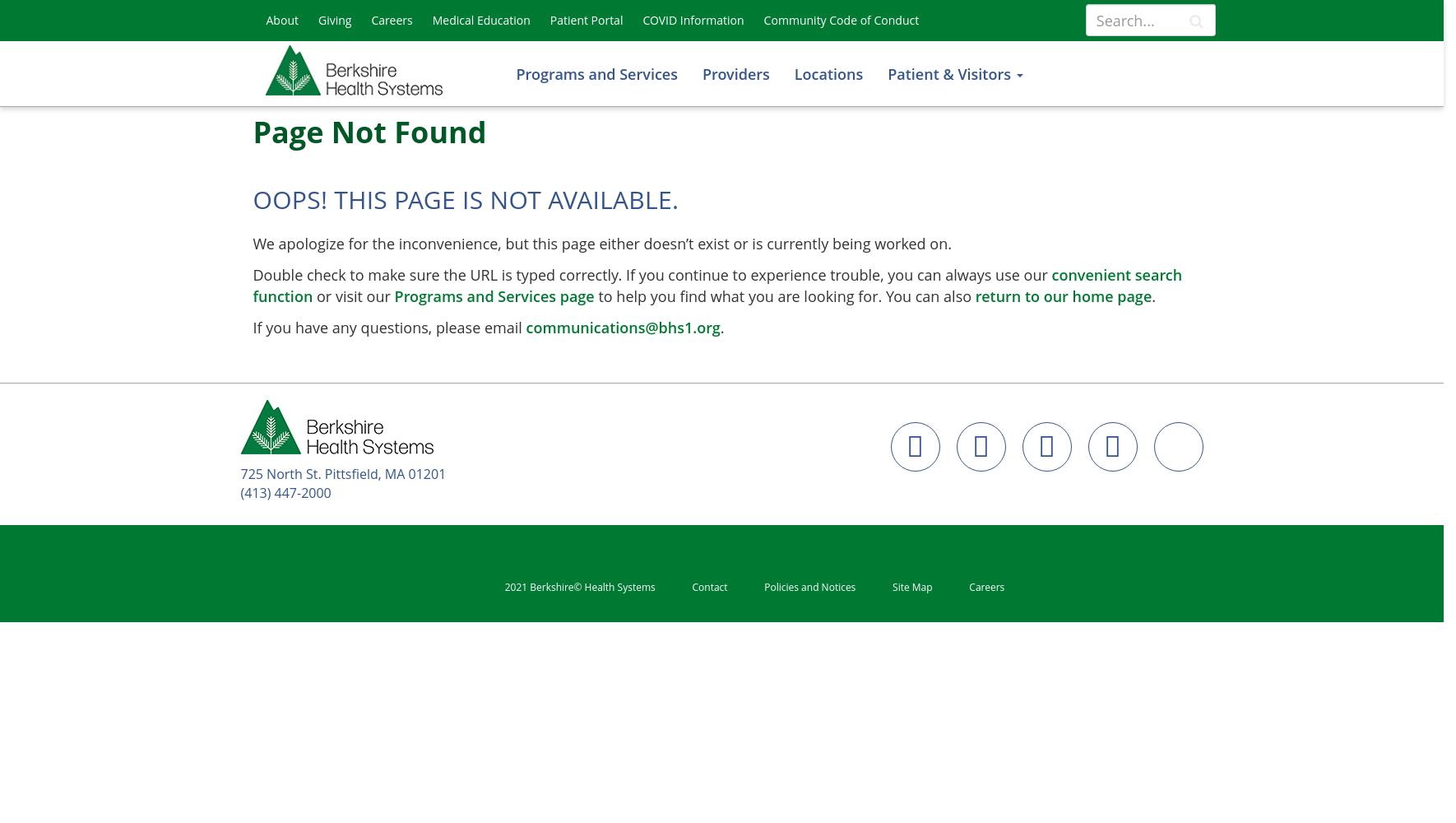 The width and height of the screenshot is (1456, 823). Describe the element at coordinates (585, 20) in the screenshot. I see `'Patient Portal'` at that location.